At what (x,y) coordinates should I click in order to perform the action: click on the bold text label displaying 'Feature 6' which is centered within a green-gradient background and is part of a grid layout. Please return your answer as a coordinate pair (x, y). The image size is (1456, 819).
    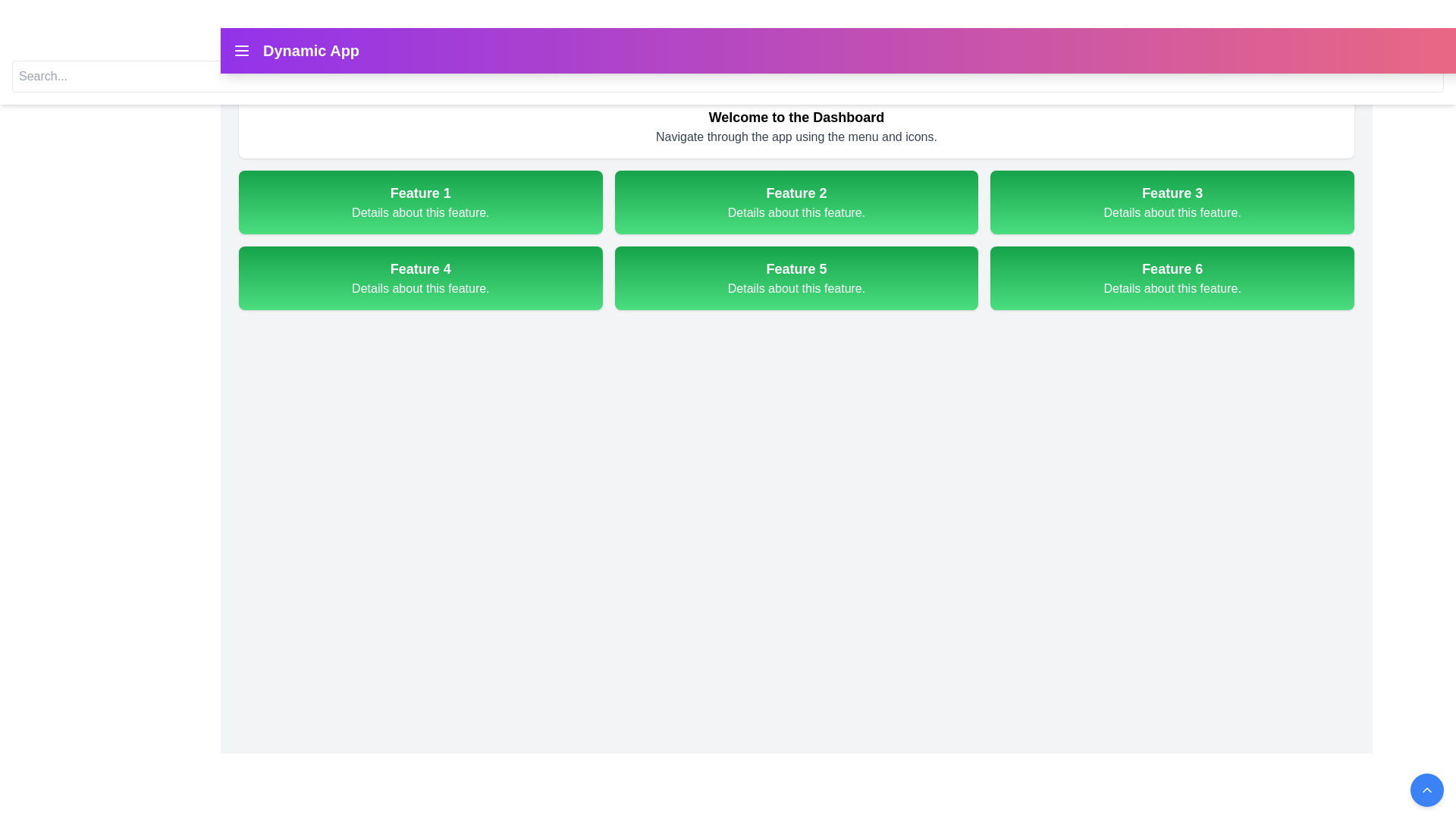
    Looking at the image, I should click on (1172, 268).